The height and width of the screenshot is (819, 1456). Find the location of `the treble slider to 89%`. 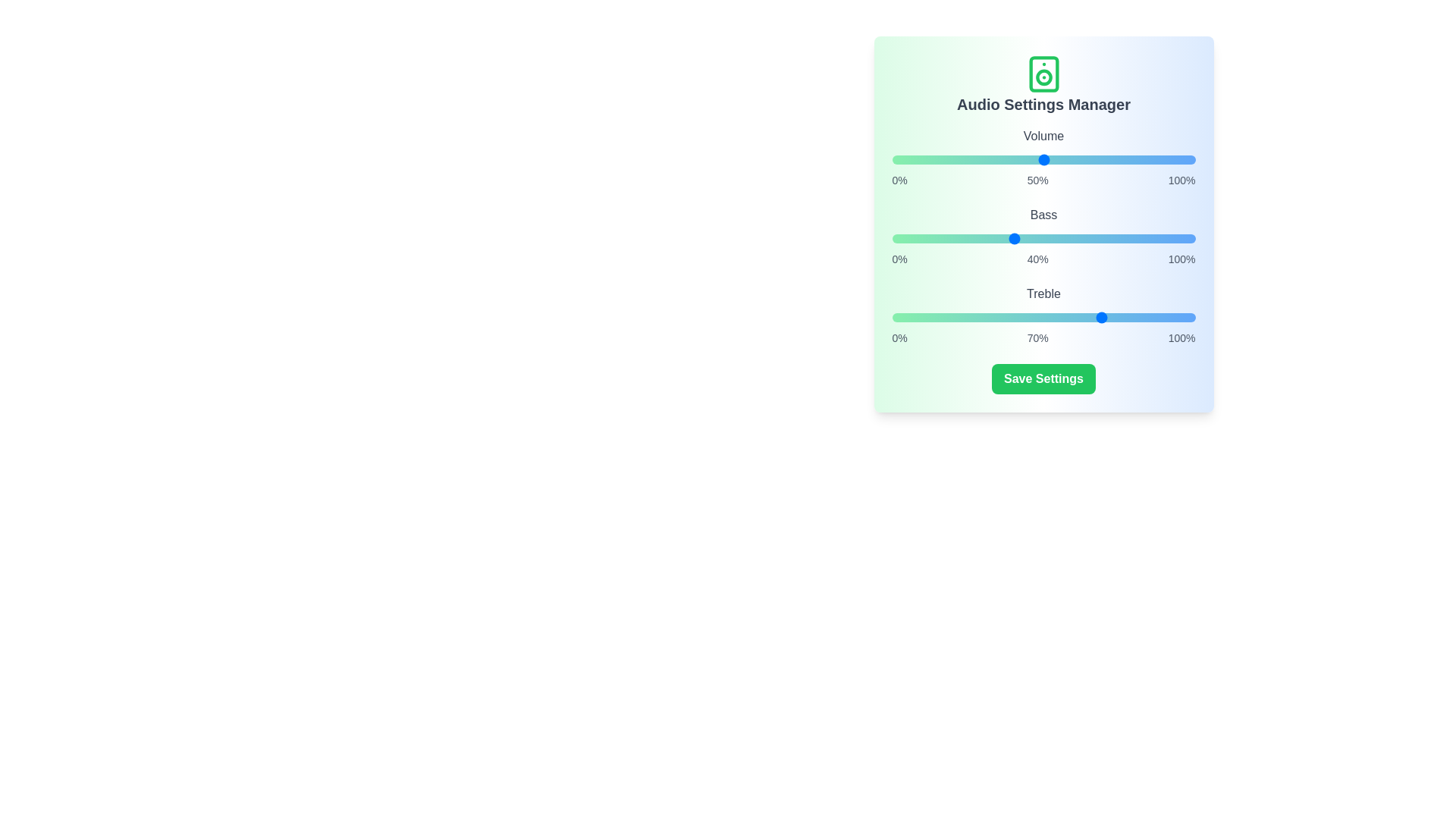

the treble slider to 89% is located at coordinates (1161, 317).